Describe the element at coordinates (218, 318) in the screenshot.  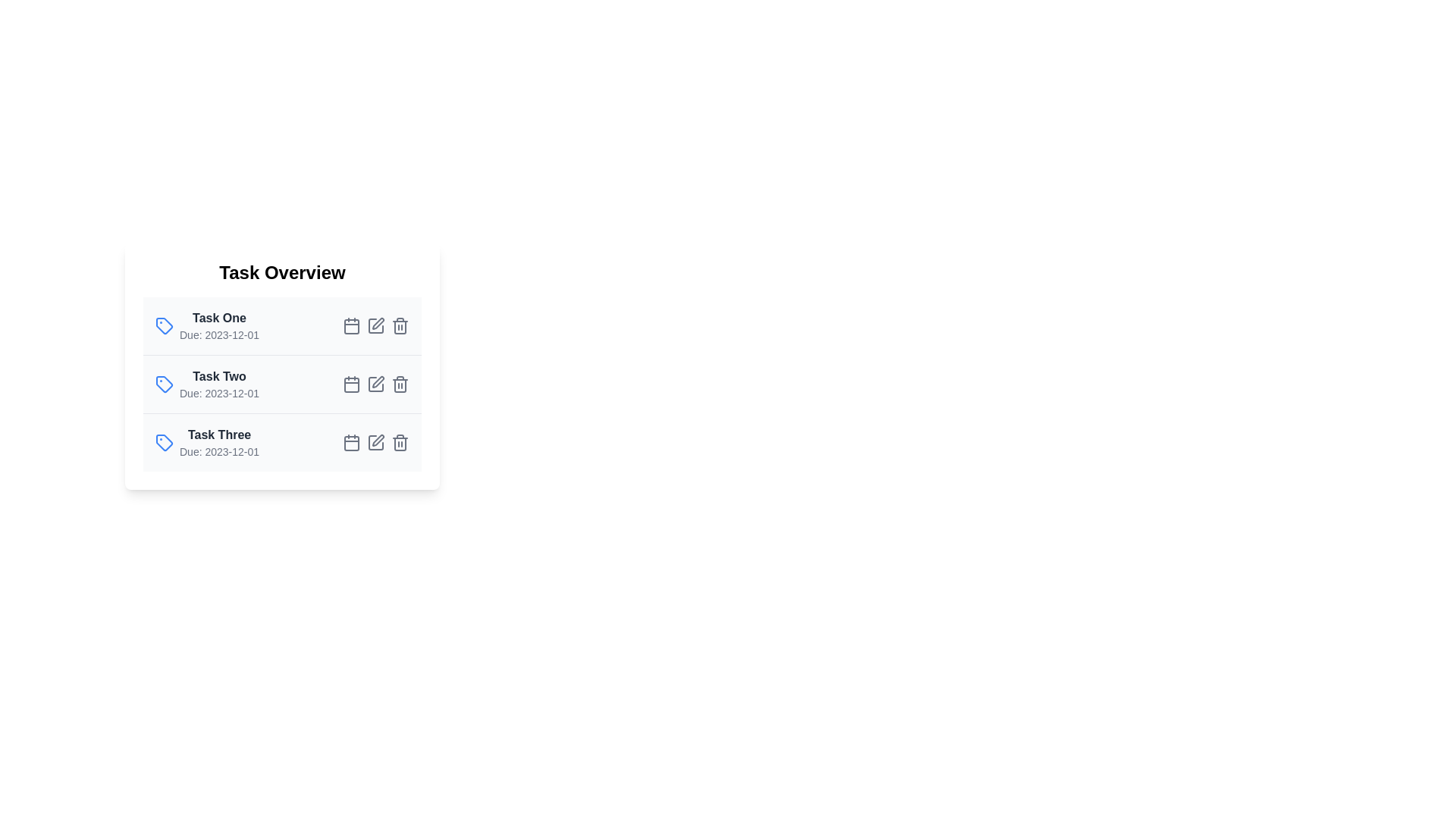
I see `the main label element for the first task in the task list` at that location.